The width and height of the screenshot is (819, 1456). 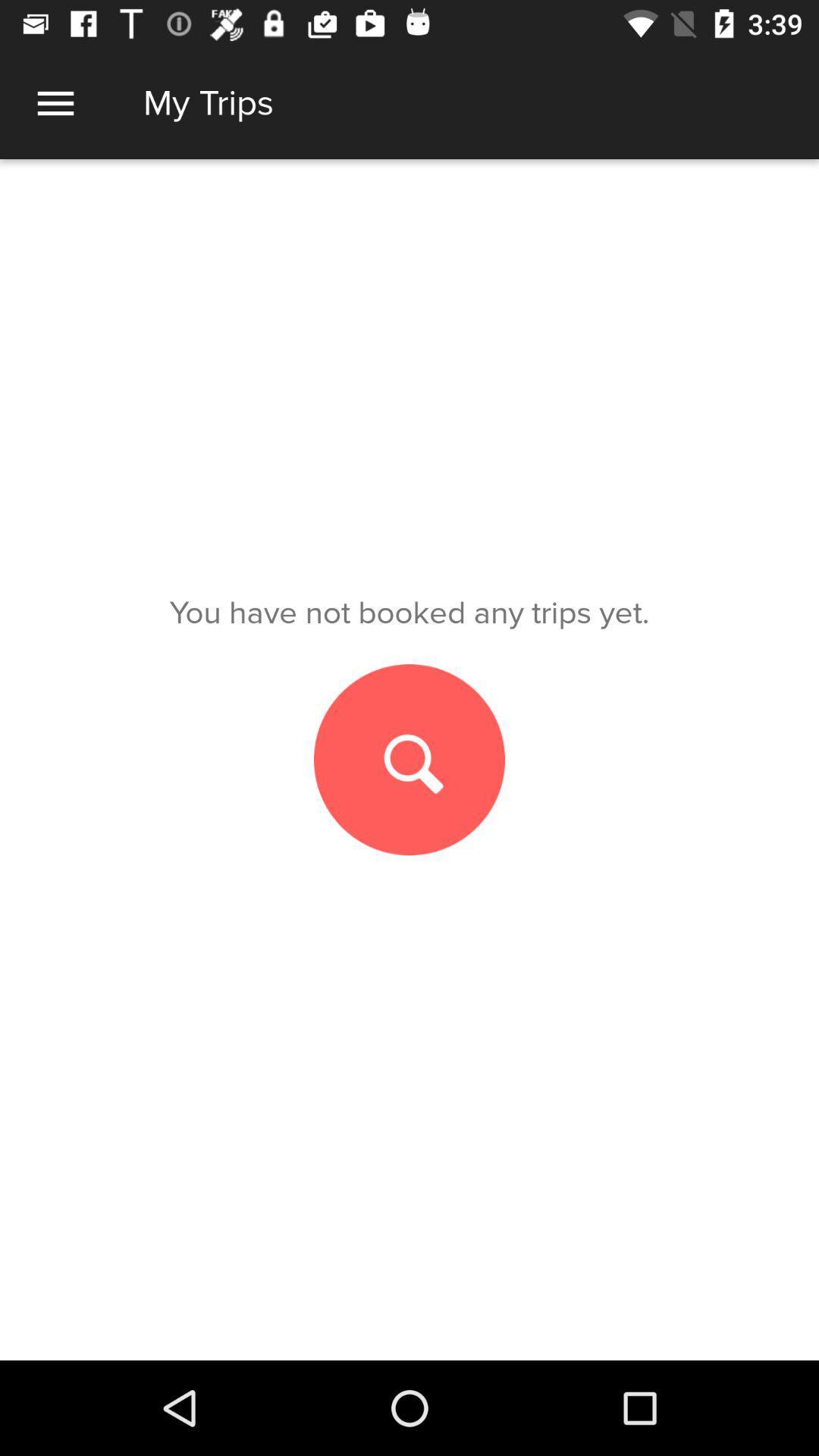 What do you see at coordinates (55, 102) in the screenshot?
I see `the icon to the left of my trips` at bounding box center [55, 102].